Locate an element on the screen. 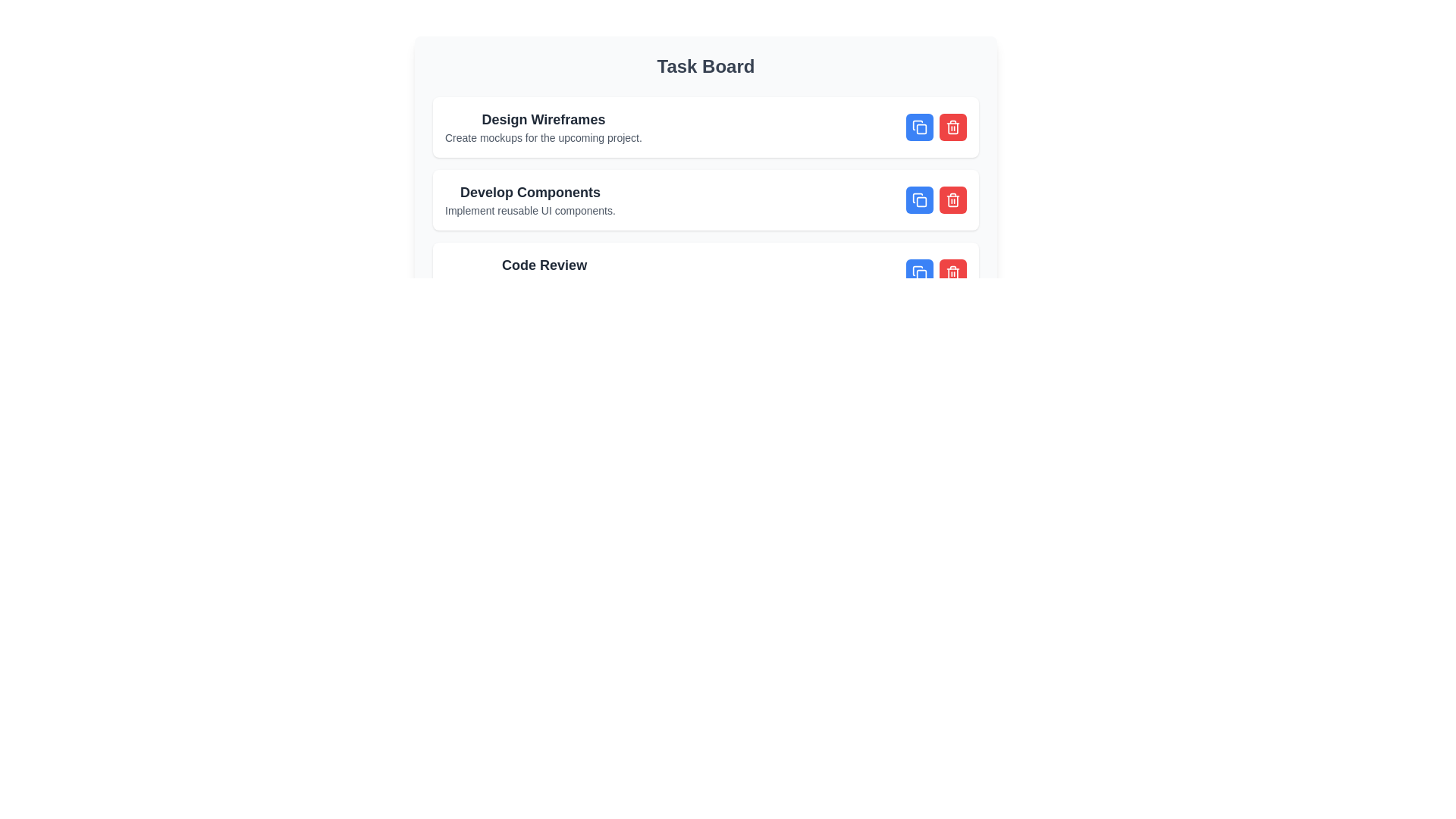 The height and width of the screenshot is (819, 1456). the delete button for the task titled 'Design Wireframes' is located at coordinates (952, 127).